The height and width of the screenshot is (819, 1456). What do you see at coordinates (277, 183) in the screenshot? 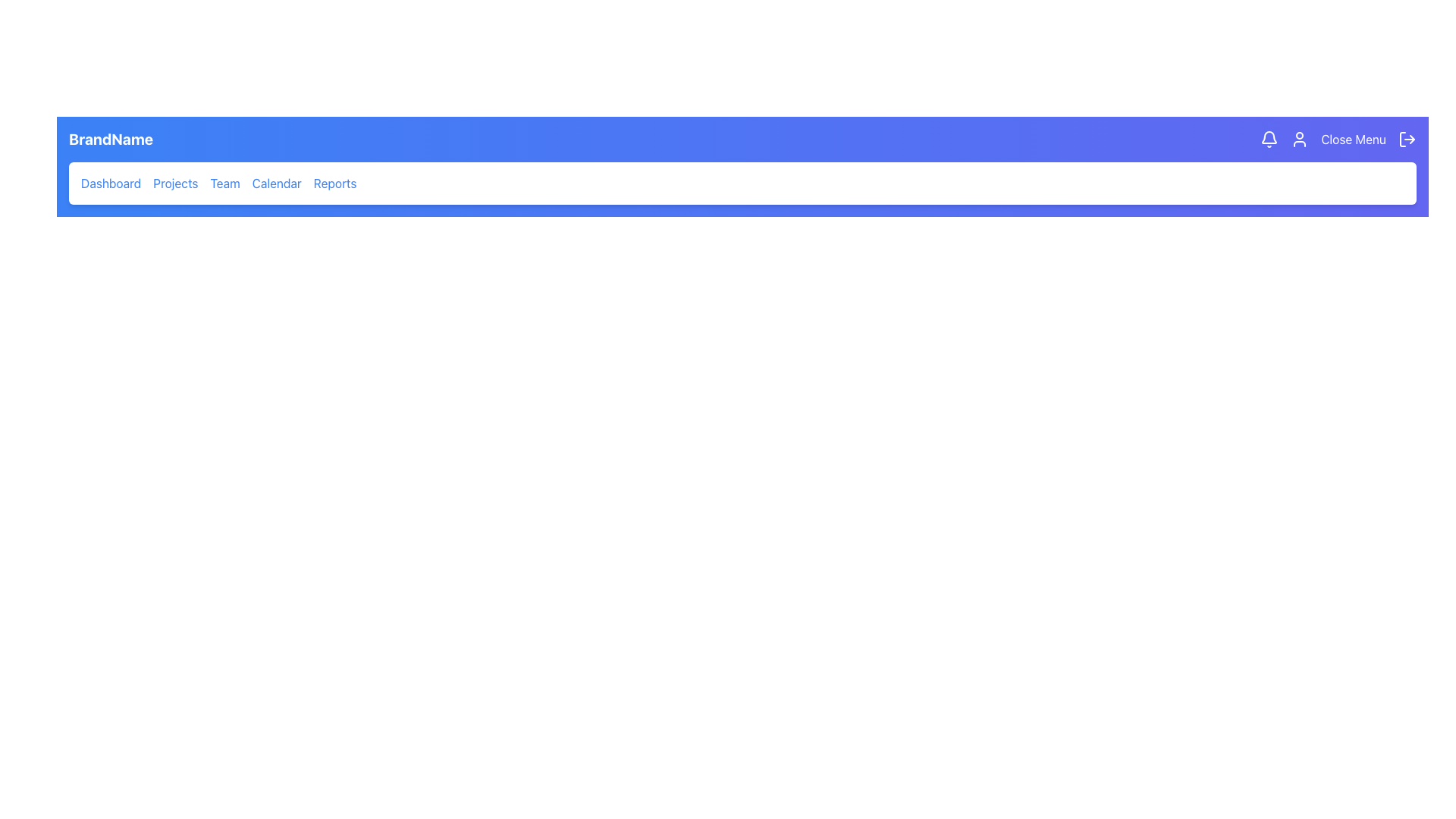
I see `the 'Calendar' link in the horizontal navigation menu to observe a visual style change` at bounding box center [277, 183].